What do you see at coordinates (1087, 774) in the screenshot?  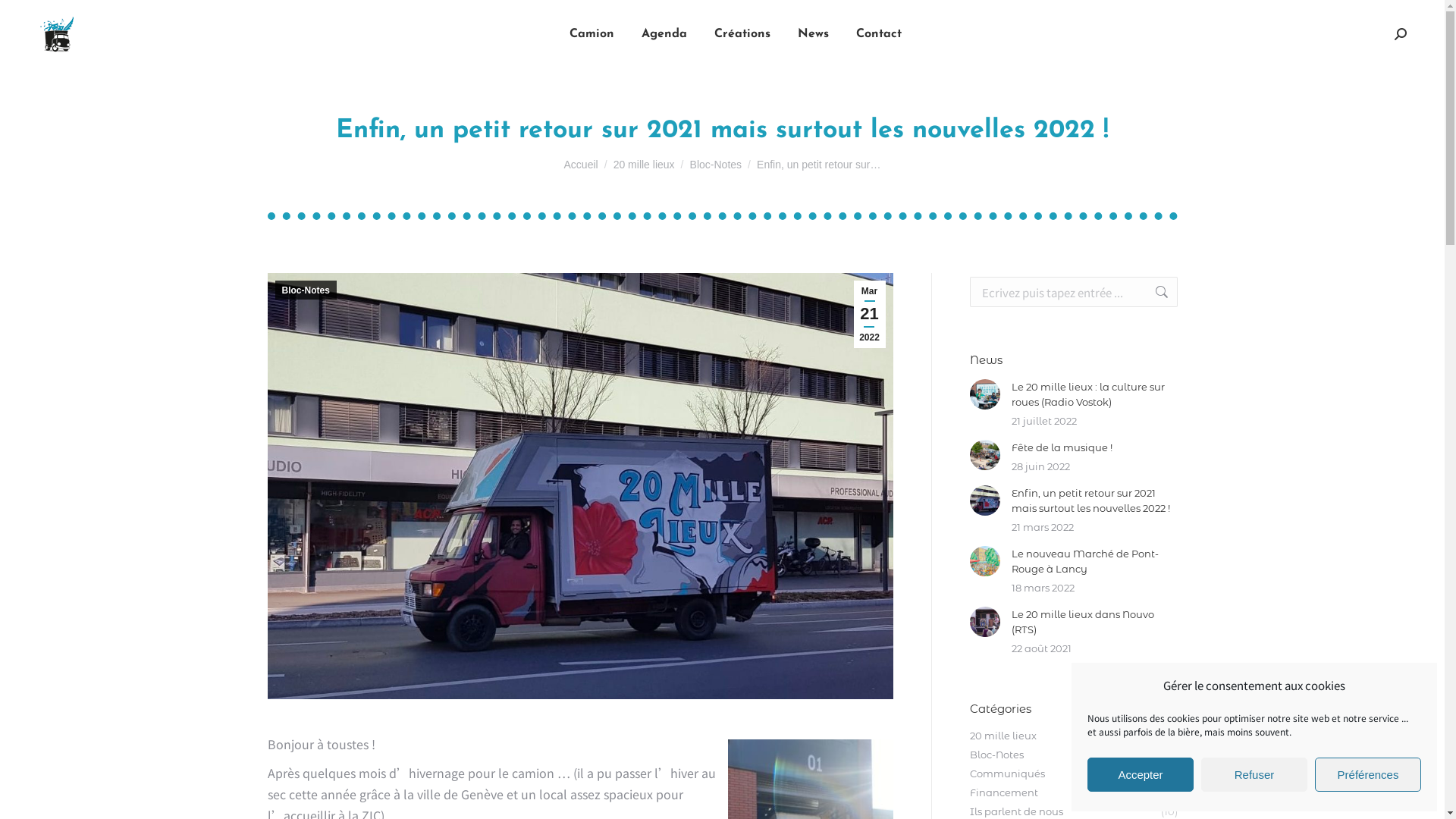 I see `'Accepter'` at bounding box center [1087, 774].